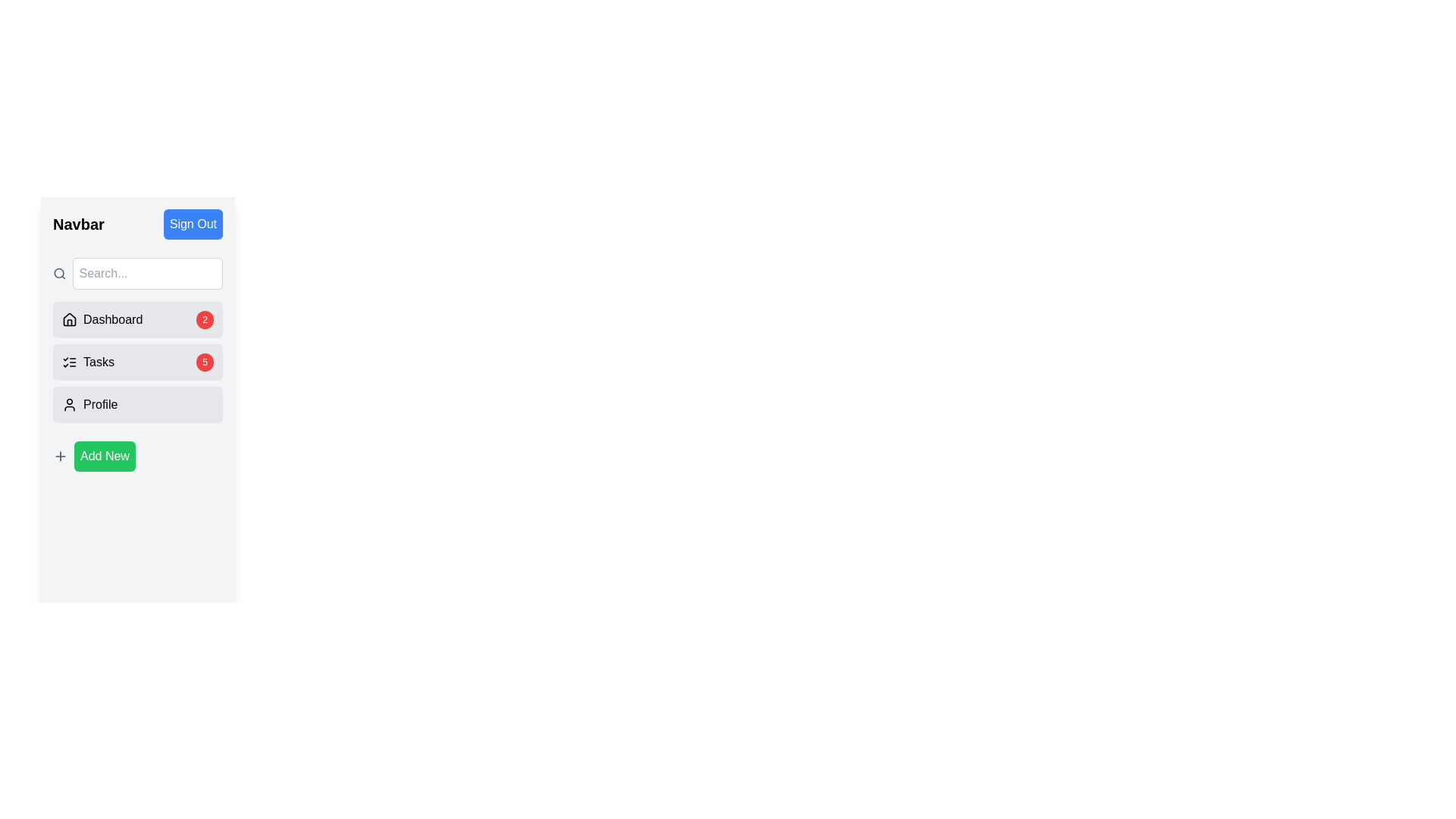 The image size is (1456, 819). What do you see at coordinates (98, 362) in the screenshot?
I see `the 'Tasks' text label located in the navigation menu, which is the second item after 'Dashboard' and positioned between a list icon and a numeric badge displaying '5'` at bounding box center [98, 362].